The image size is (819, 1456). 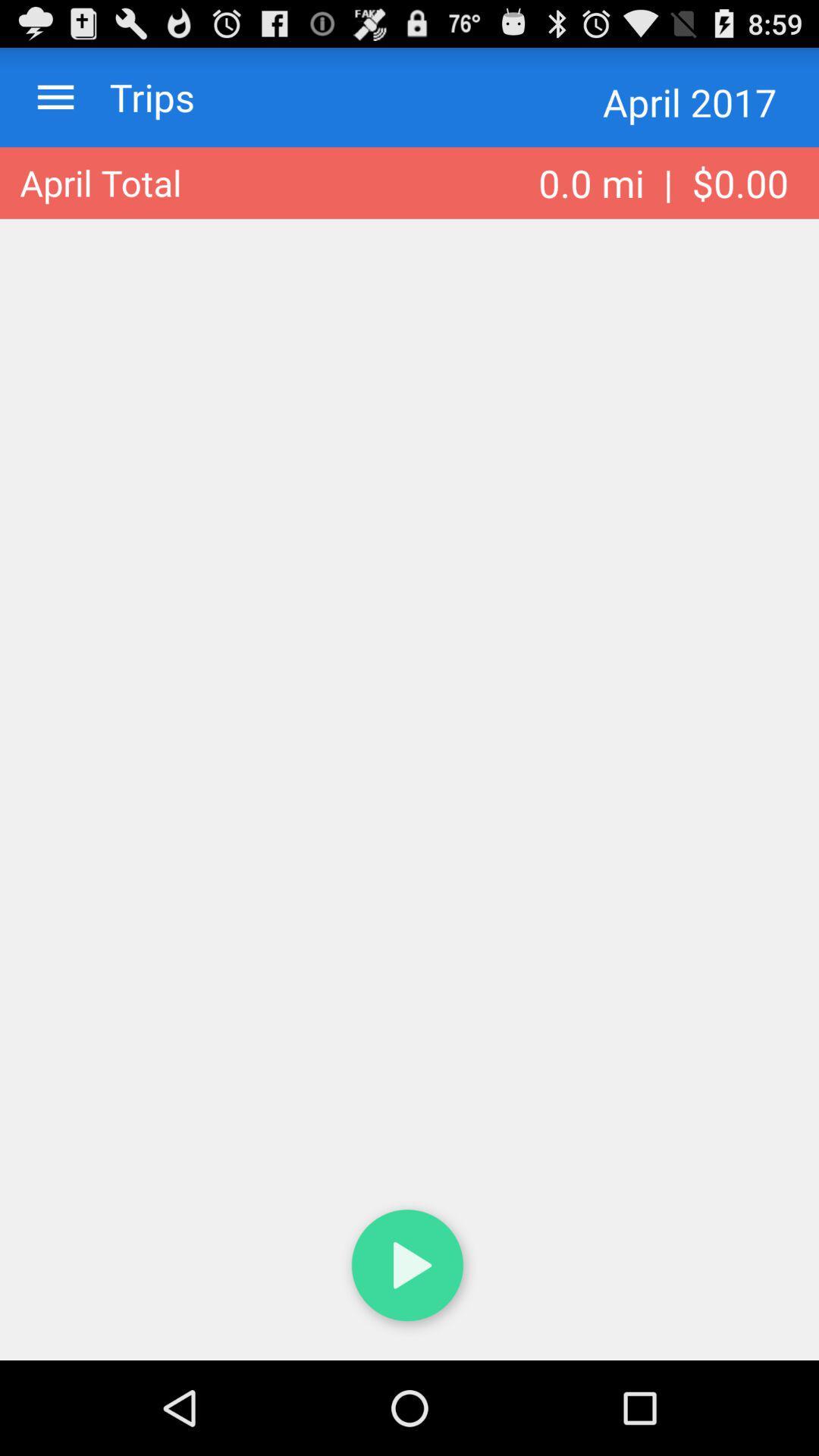 I want to click on the april total, so click(x=100, y=182).